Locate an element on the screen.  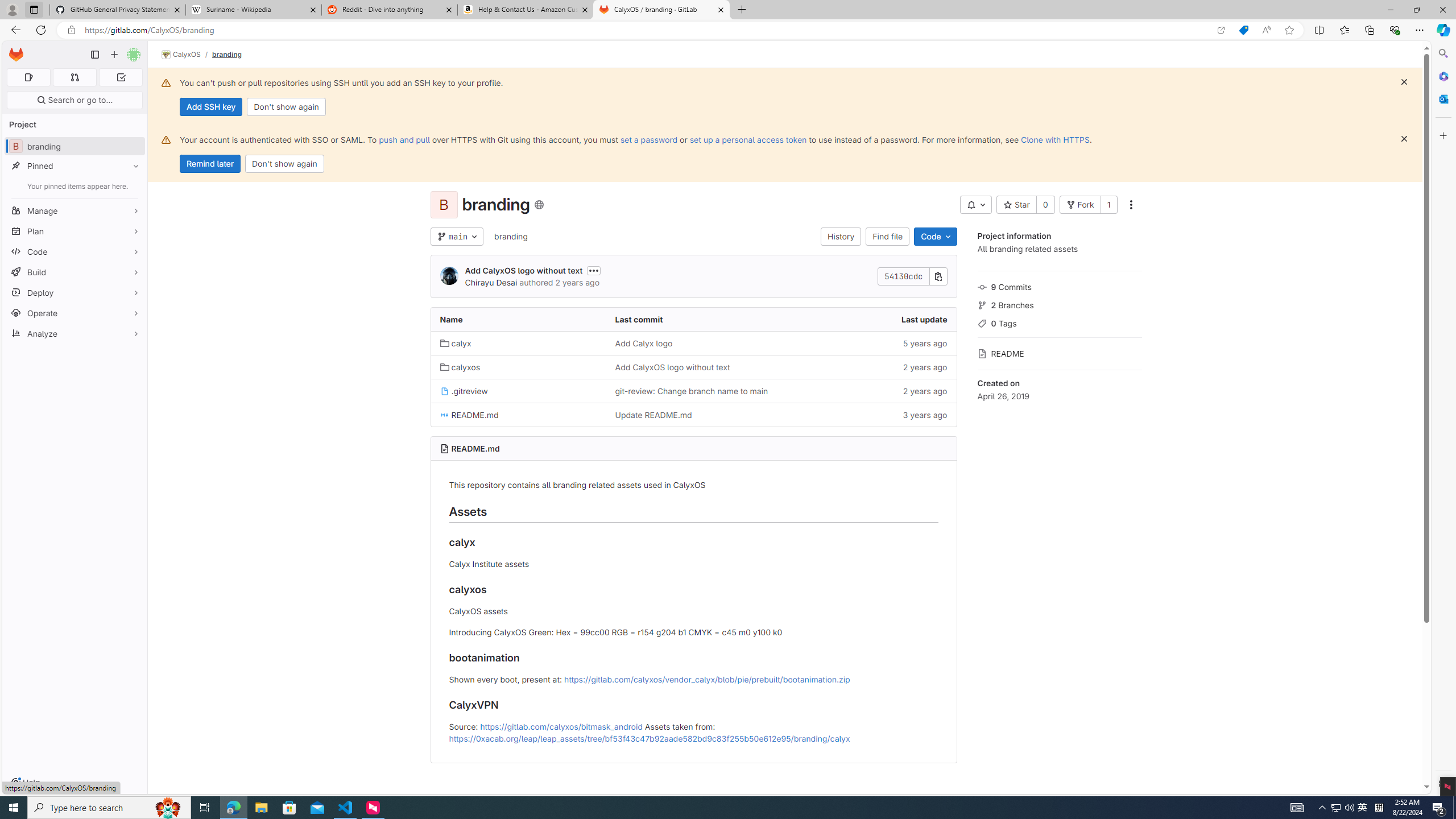
'Update README.md' is located at coordinates (652, 414).